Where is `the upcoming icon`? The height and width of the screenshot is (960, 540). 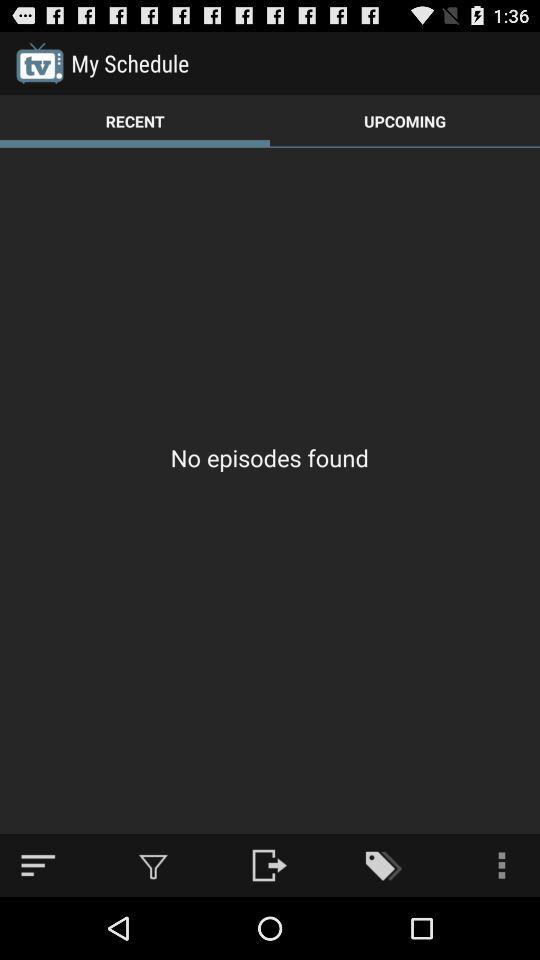
the upcoming icon is located at coordinates (405, 120).